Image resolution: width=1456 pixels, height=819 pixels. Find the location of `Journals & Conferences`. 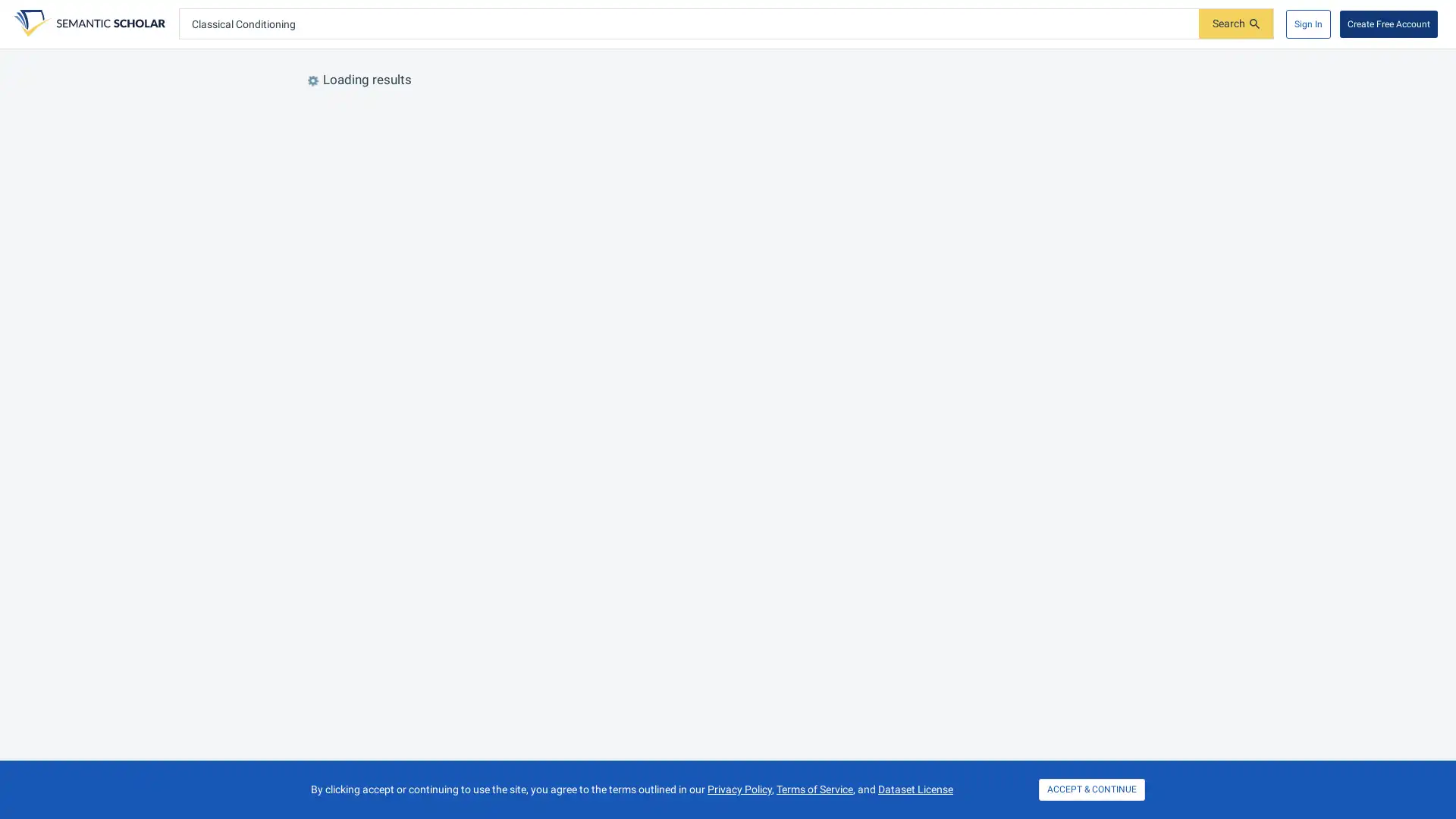

Journals & Conferences is located at coordinates (814, 119).